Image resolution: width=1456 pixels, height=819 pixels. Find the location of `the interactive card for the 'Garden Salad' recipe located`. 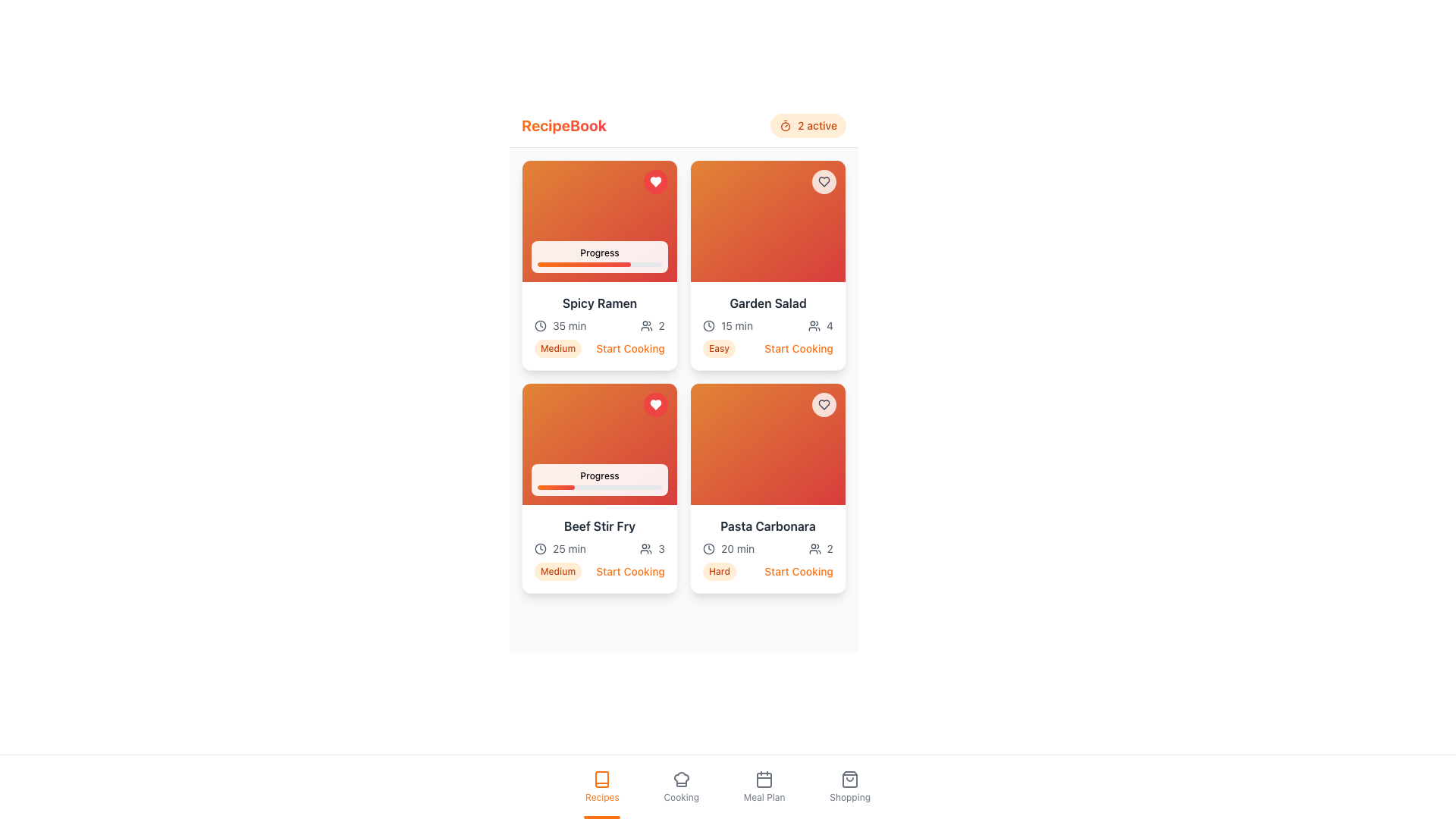

the interactive card for the 'Garden Salad' recipe located is located at coordinates (767, 265).